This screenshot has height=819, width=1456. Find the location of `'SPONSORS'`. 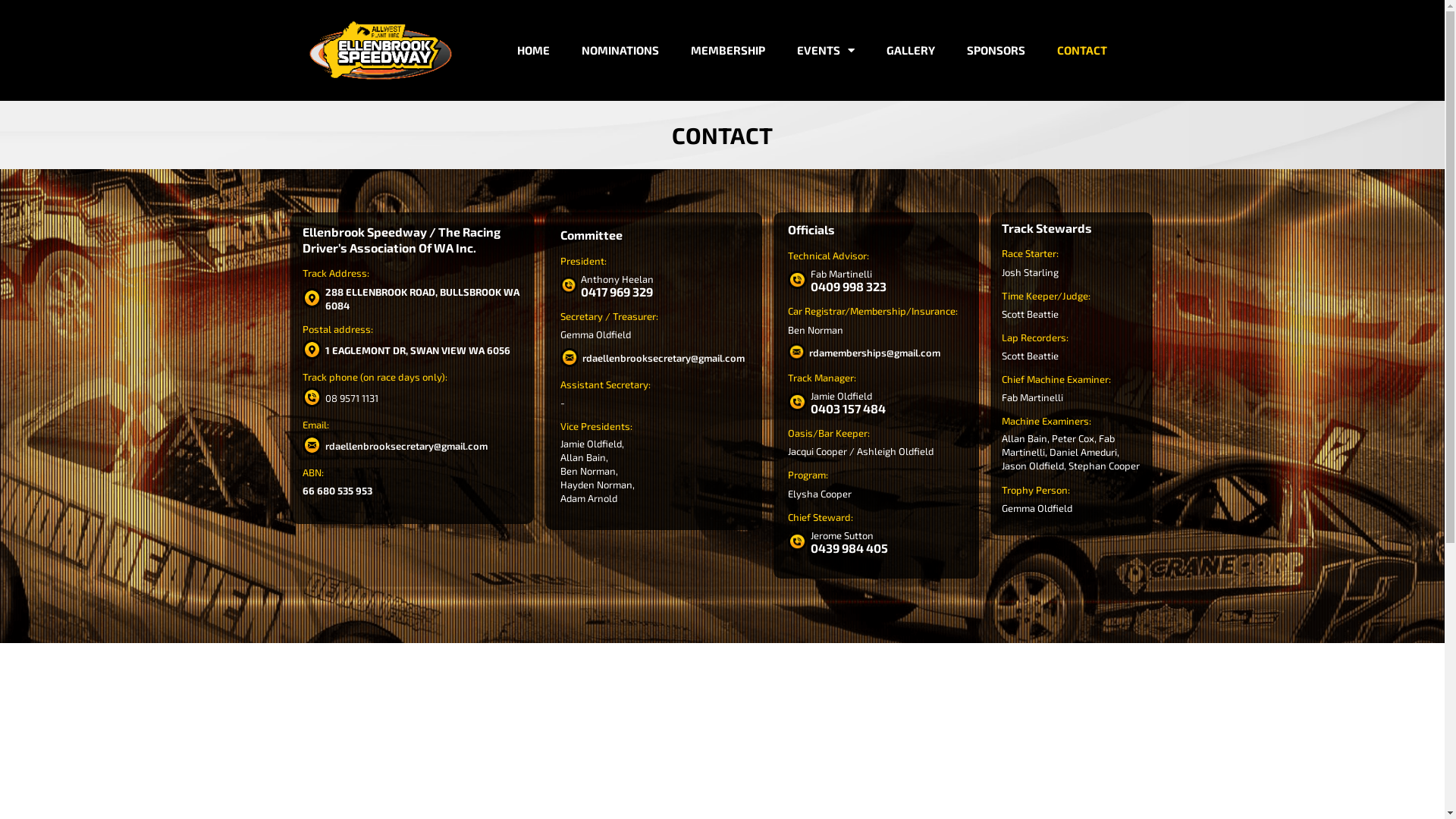

'SPONSORS' is located at coordinates (996, 49).